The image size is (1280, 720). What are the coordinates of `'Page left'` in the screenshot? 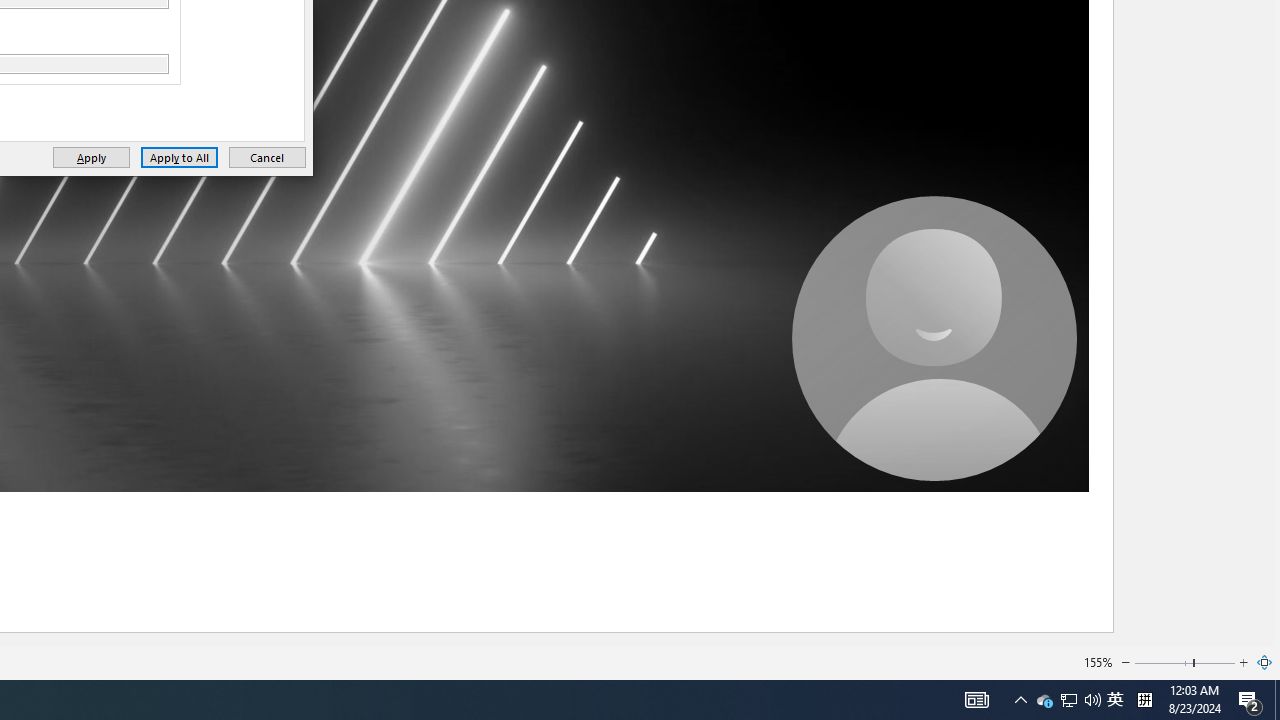 It's located at (1163, 663).